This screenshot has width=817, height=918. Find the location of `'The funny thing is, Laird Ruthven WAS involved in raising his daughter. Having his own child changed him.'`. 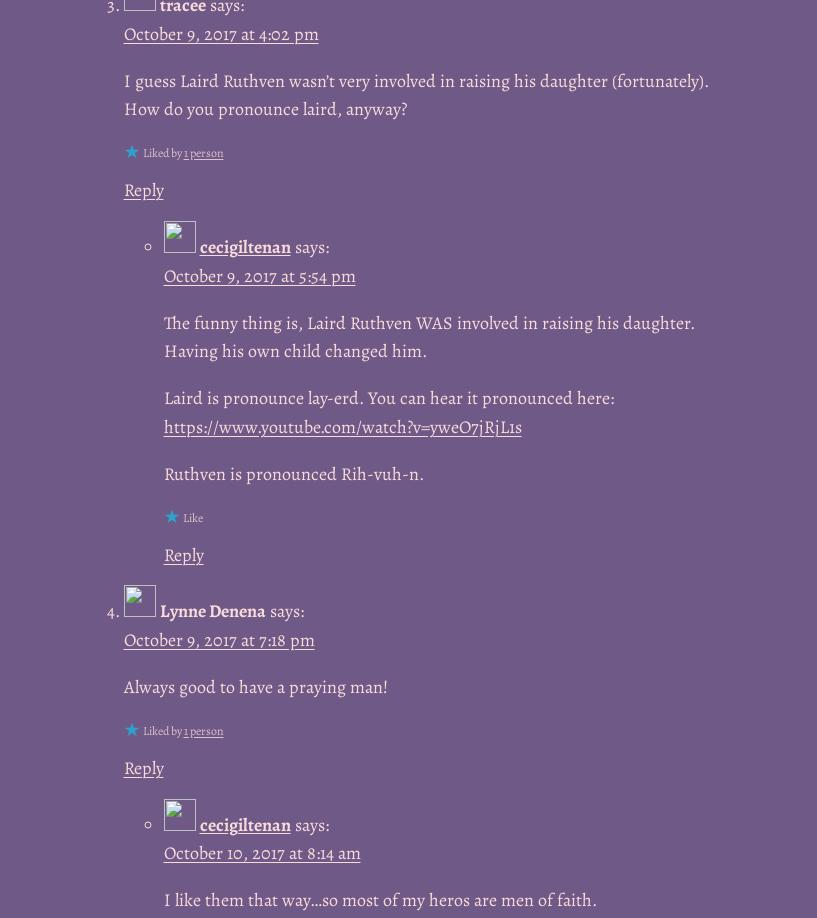

'The funny thing is, Laird Ruthven WAS involved in raising his daughter. Having his own child changed him.' is located at coordinates (428, 336).